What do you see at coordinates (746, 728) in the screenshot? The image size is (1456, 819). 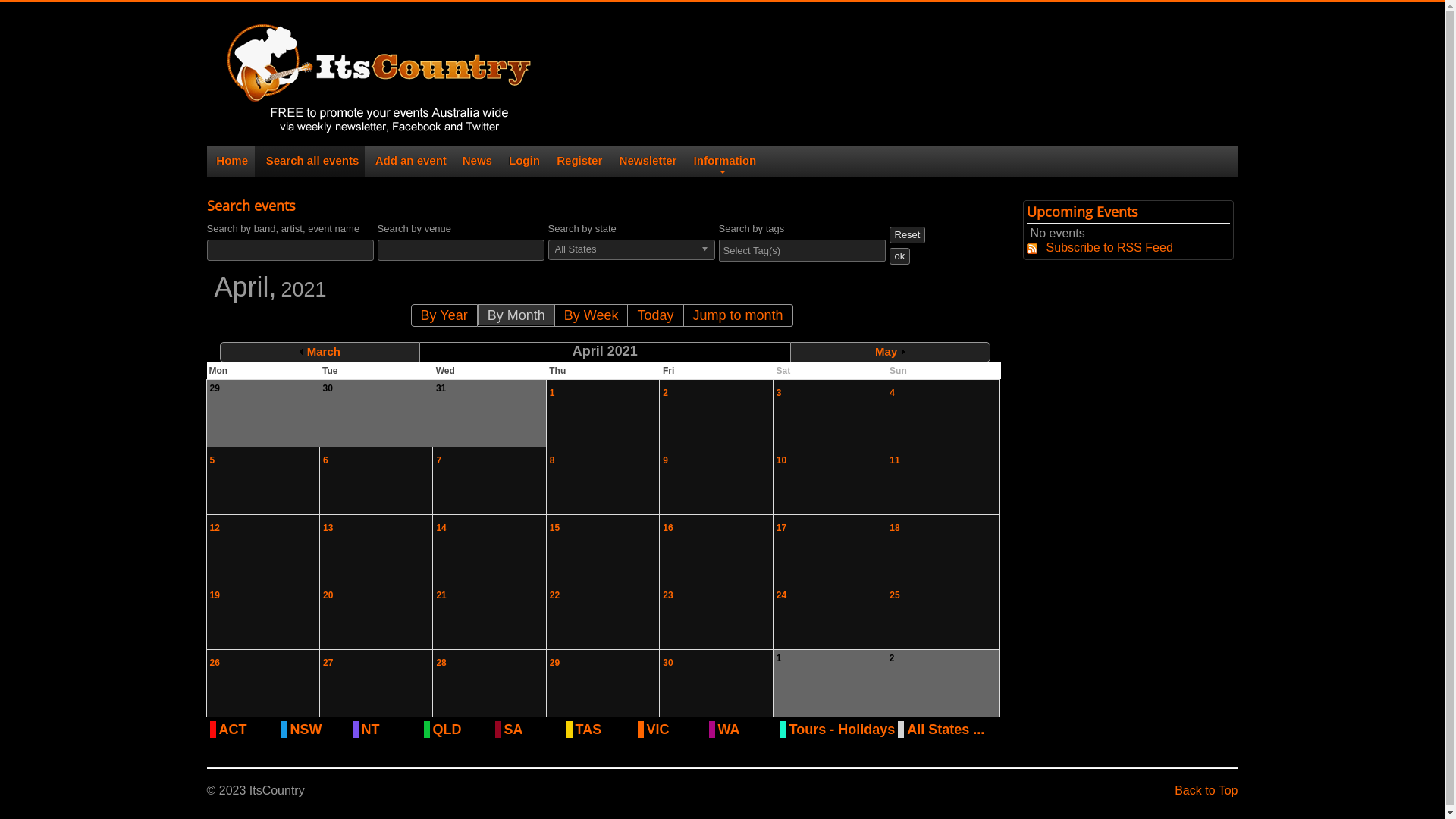 I see `'WA'` at bounding box center [746, 728].